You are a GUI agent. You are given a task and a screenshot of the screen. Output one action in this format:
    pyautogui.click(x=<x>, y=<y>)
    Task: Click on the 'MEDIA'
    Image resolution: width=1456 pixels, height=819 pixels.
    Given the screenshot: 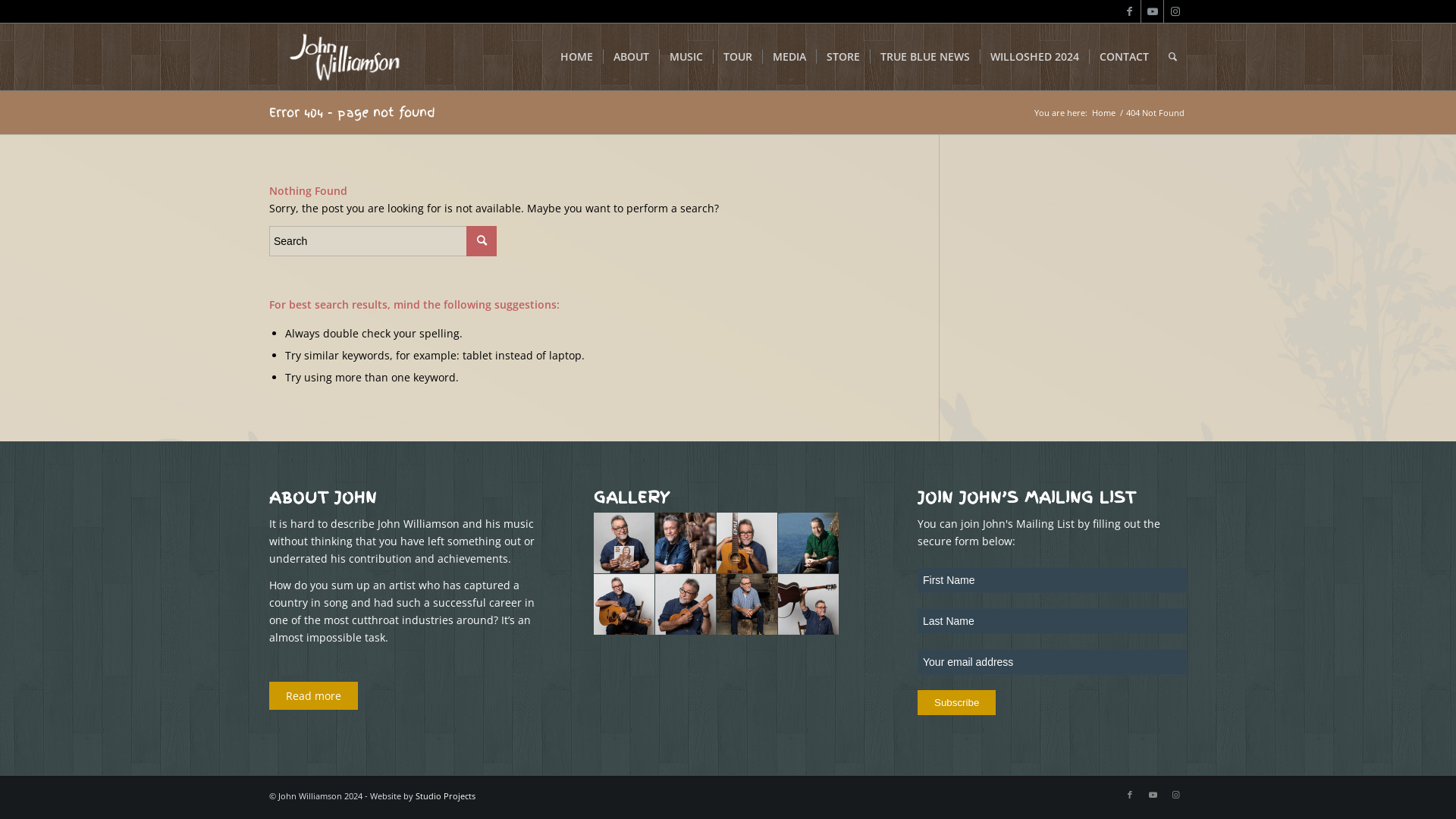 What is the action you would take?
    pyautogui.click(x=789, y=55)
    